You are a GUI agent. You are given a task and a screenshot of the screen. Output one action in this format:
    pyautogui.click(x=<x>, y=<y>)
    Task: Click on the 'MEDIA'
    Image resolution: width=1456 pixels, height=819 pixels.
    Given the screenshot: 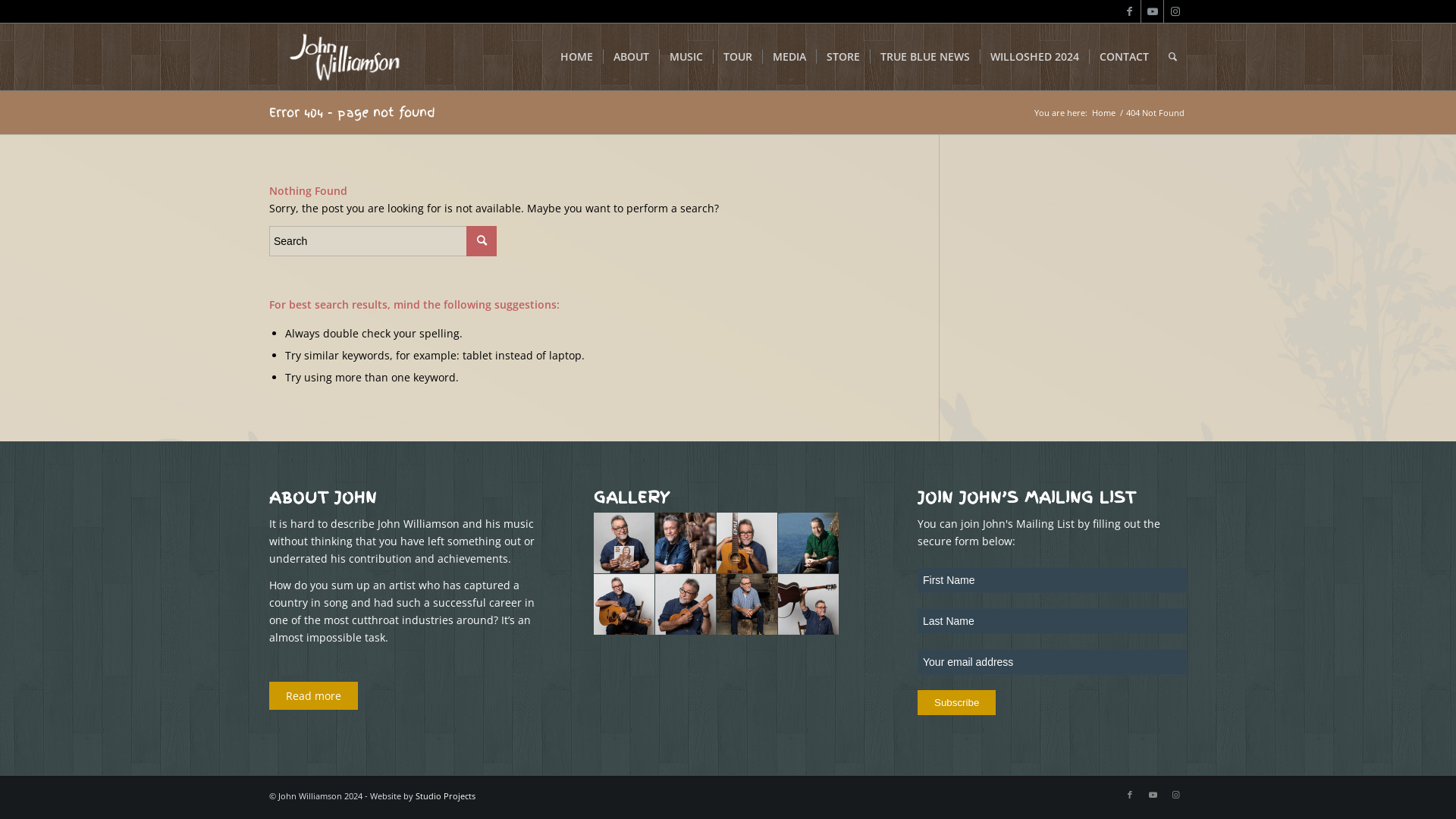 What is the action you would take?
    pyautogui.click(x=789, y=55)
    